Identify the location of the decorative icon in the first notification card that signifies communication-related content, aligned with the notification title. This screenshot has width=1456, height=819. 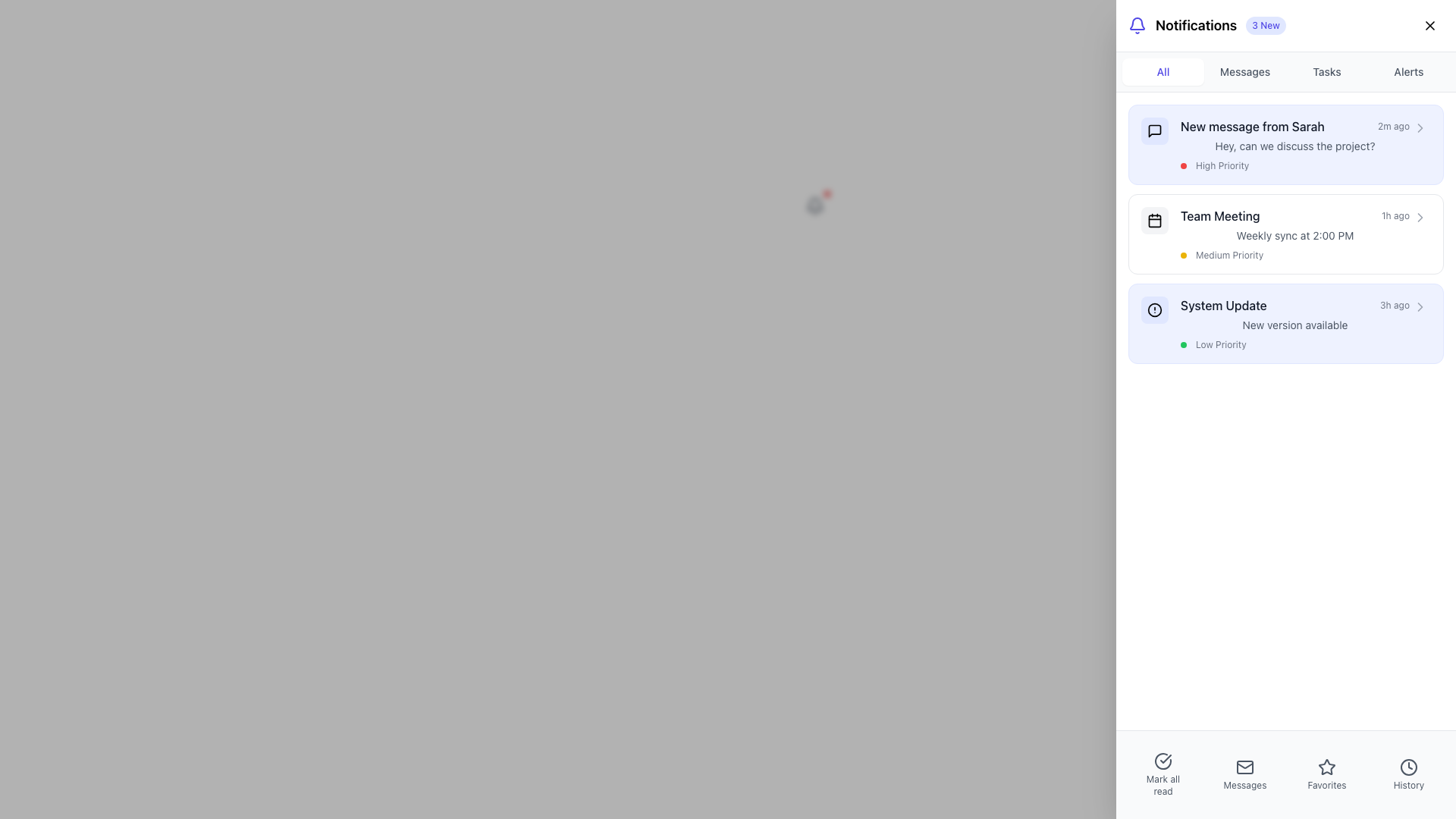
(1153, 130).